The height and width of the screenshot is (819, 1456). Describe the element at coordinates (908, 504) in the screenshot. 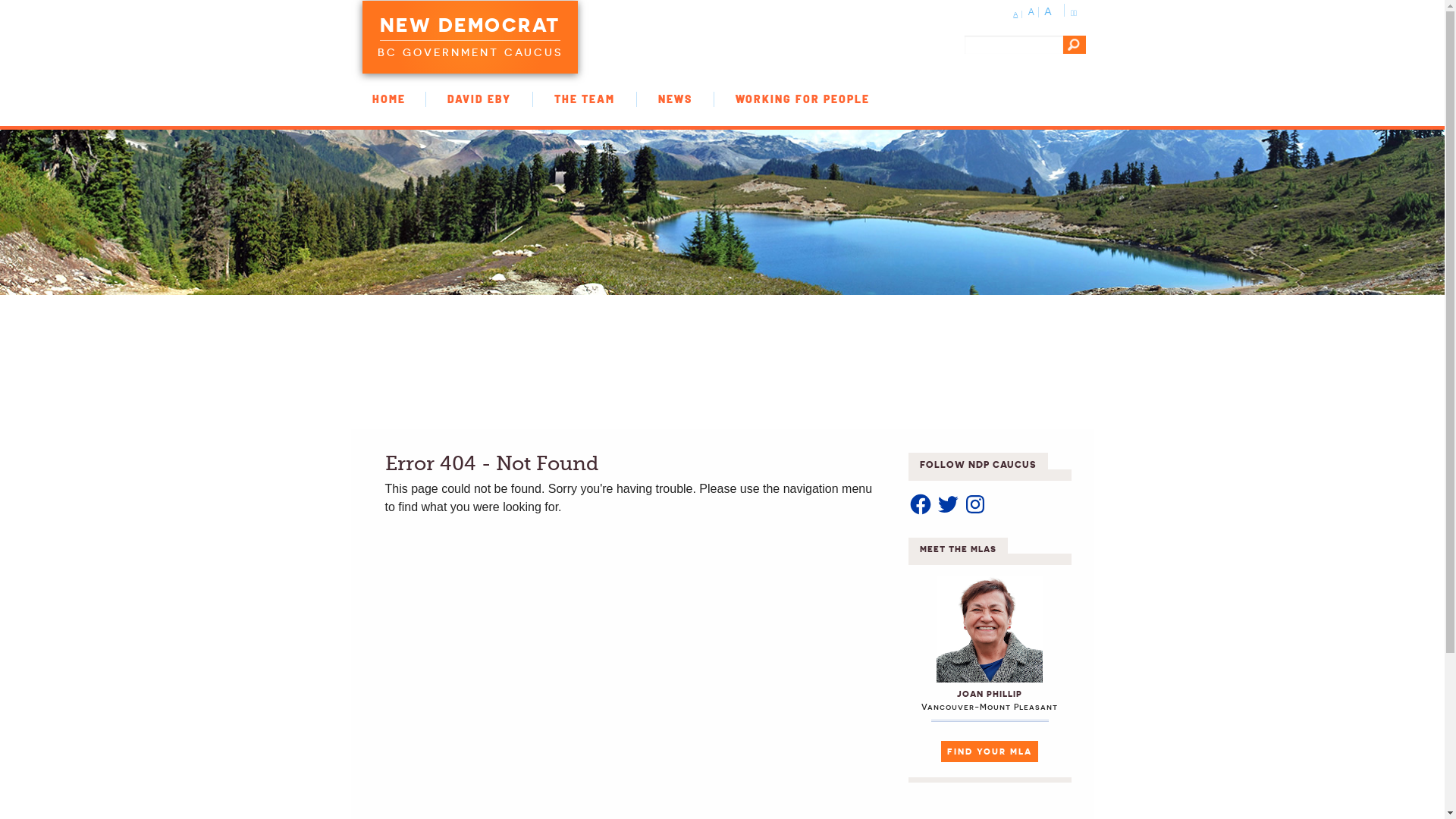

I see `'Facebook'` at that location.